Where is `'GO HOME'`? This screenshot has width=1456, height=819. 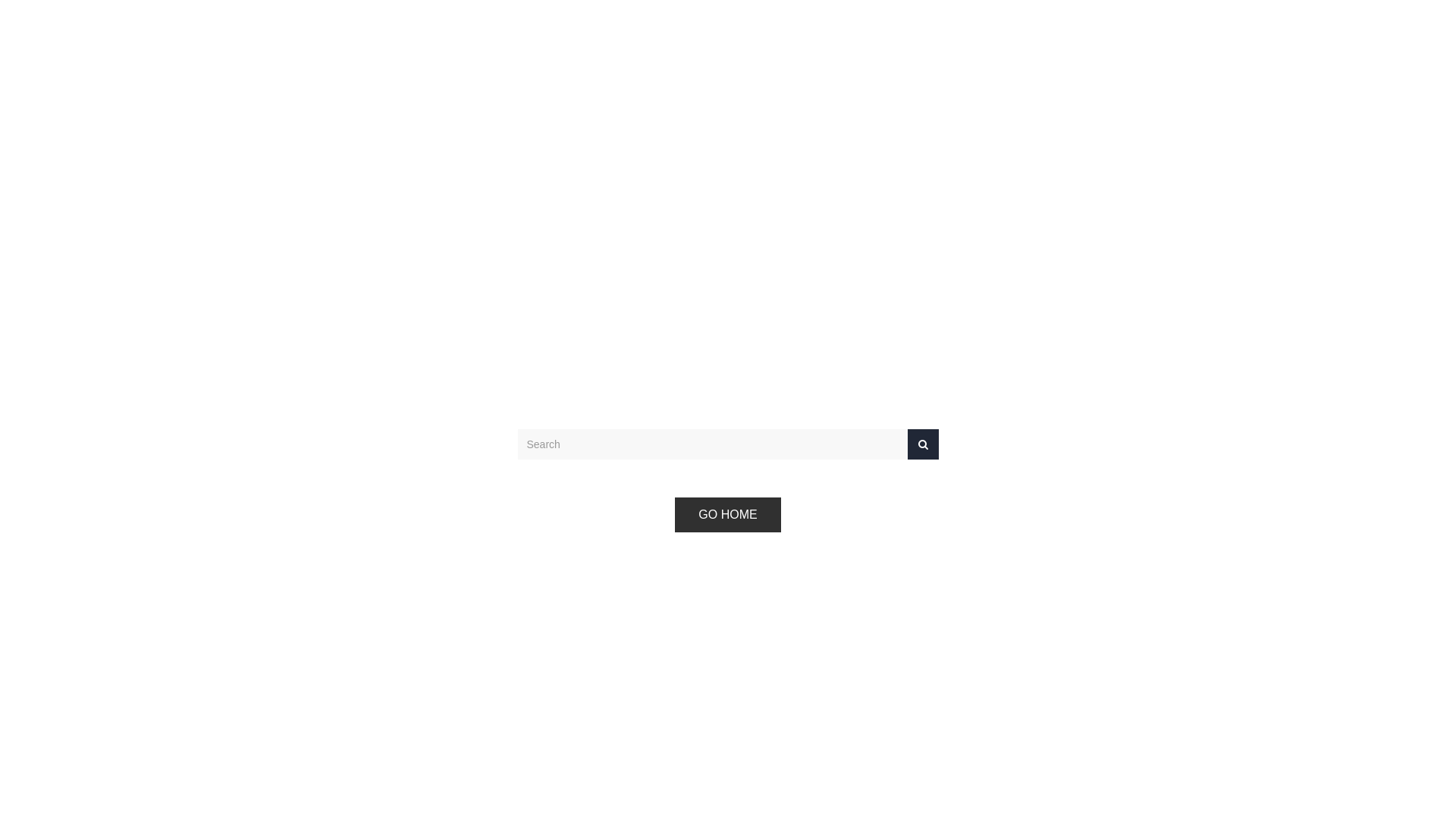
'GO HOME' is located at coordinates (726, 513).